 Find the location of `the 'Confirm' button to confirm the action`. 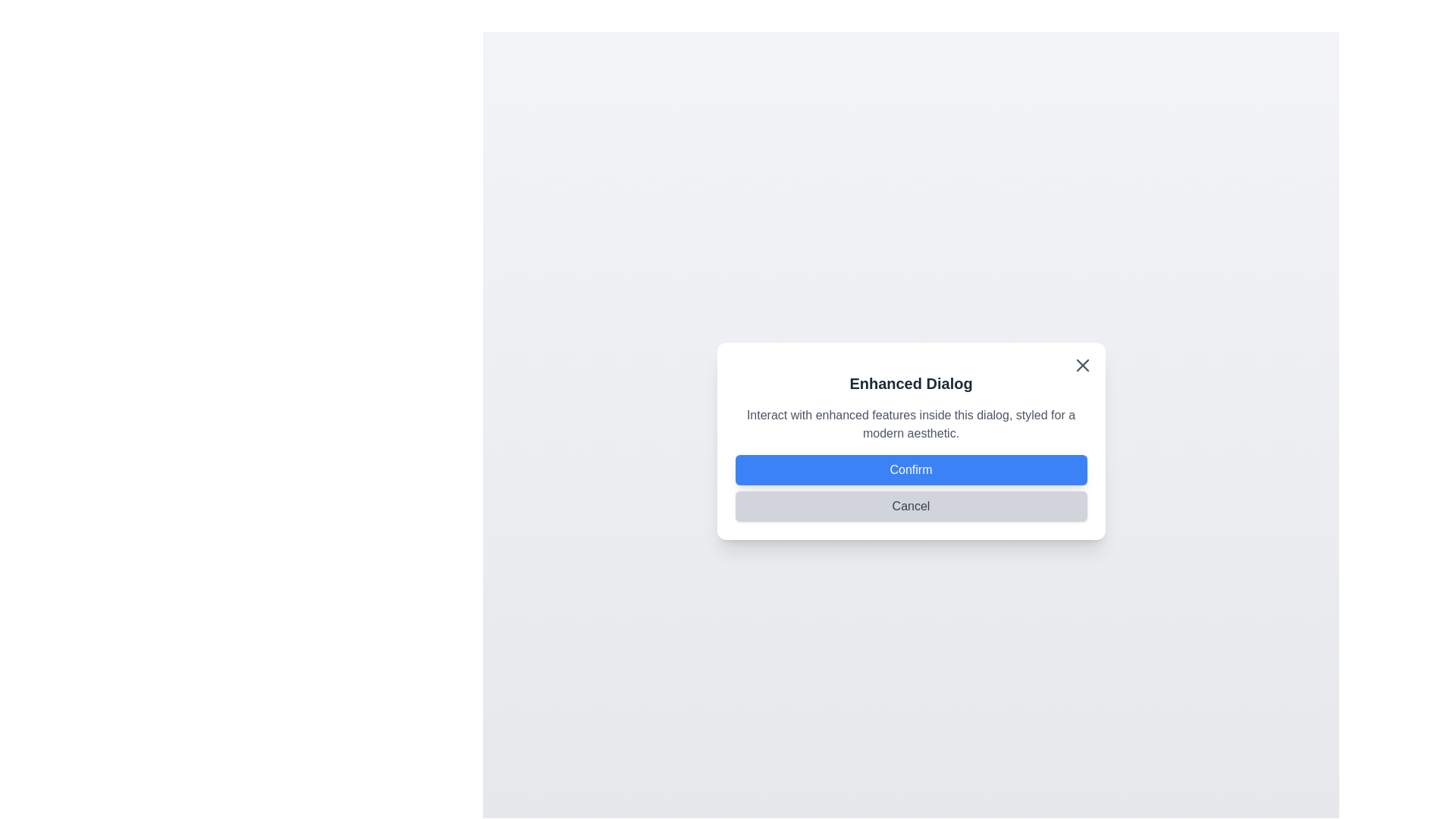

the 'Confirm' button to confirm the action is located at coordinates (910, 469).